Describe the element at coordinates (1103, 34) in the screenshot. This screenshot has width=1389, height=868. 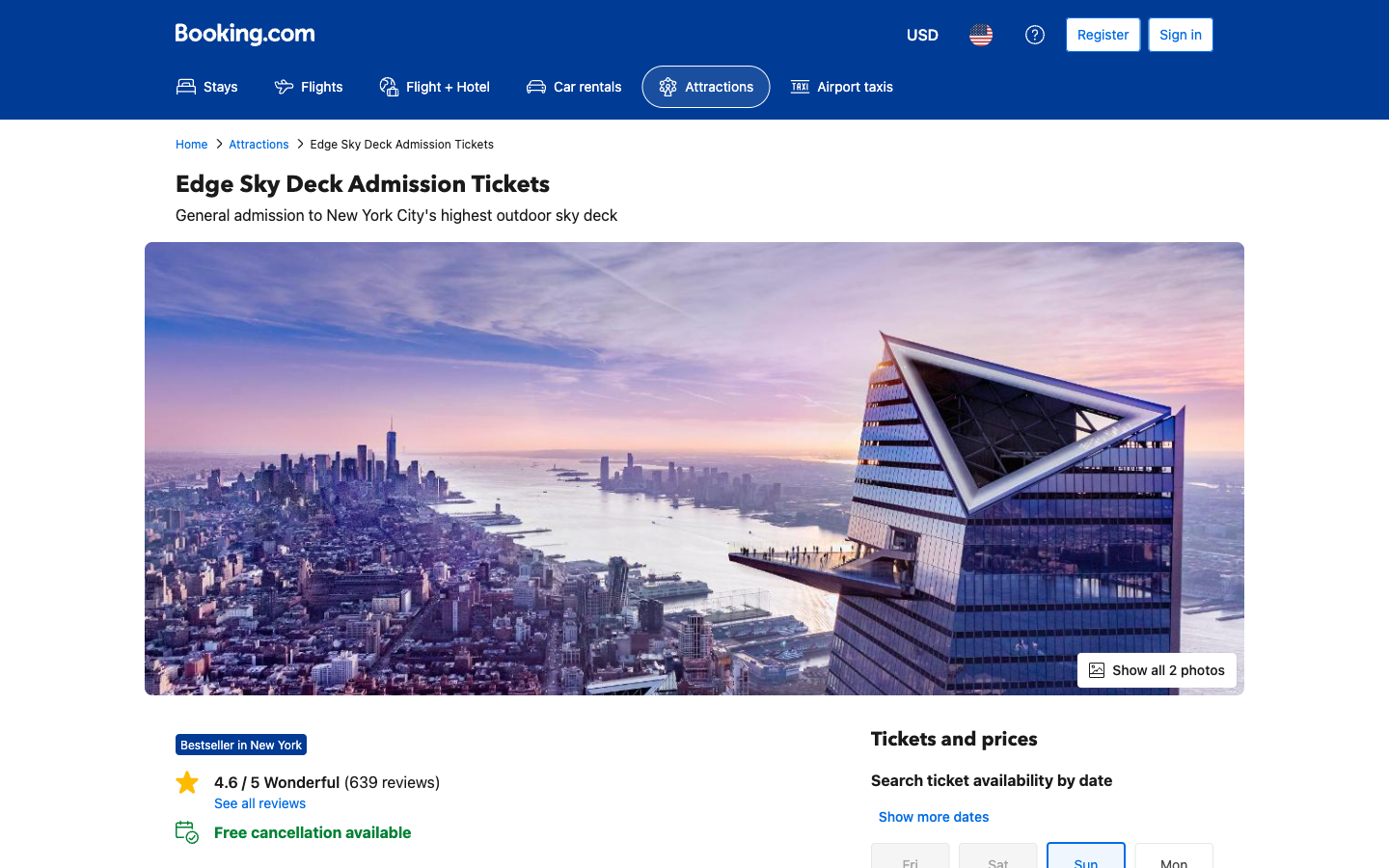
I see `a new account creation` at that location.